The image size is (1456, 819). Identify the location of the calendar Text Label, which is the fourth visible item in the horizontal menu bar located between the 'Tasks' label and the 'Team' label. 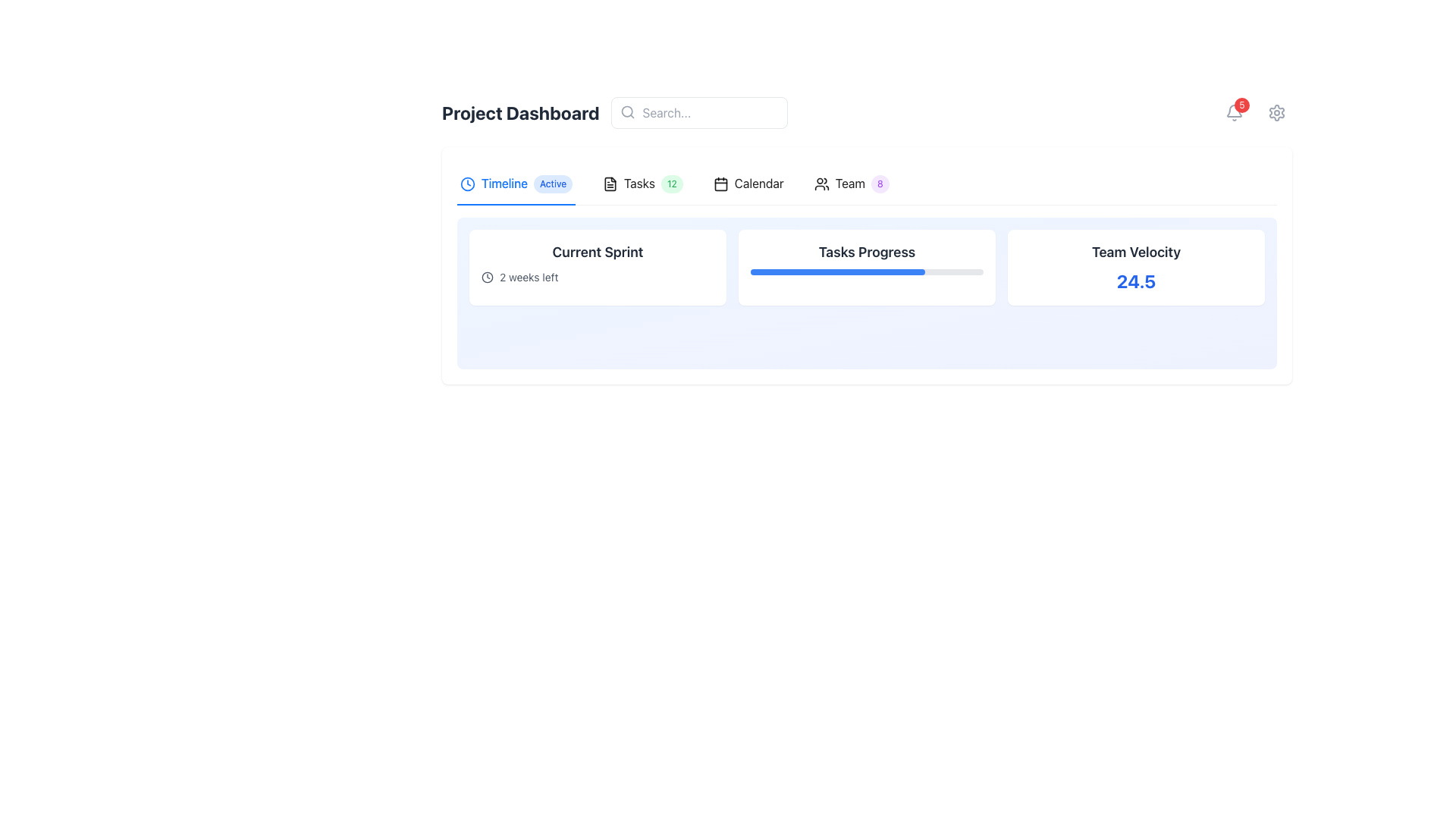
(759, 183).